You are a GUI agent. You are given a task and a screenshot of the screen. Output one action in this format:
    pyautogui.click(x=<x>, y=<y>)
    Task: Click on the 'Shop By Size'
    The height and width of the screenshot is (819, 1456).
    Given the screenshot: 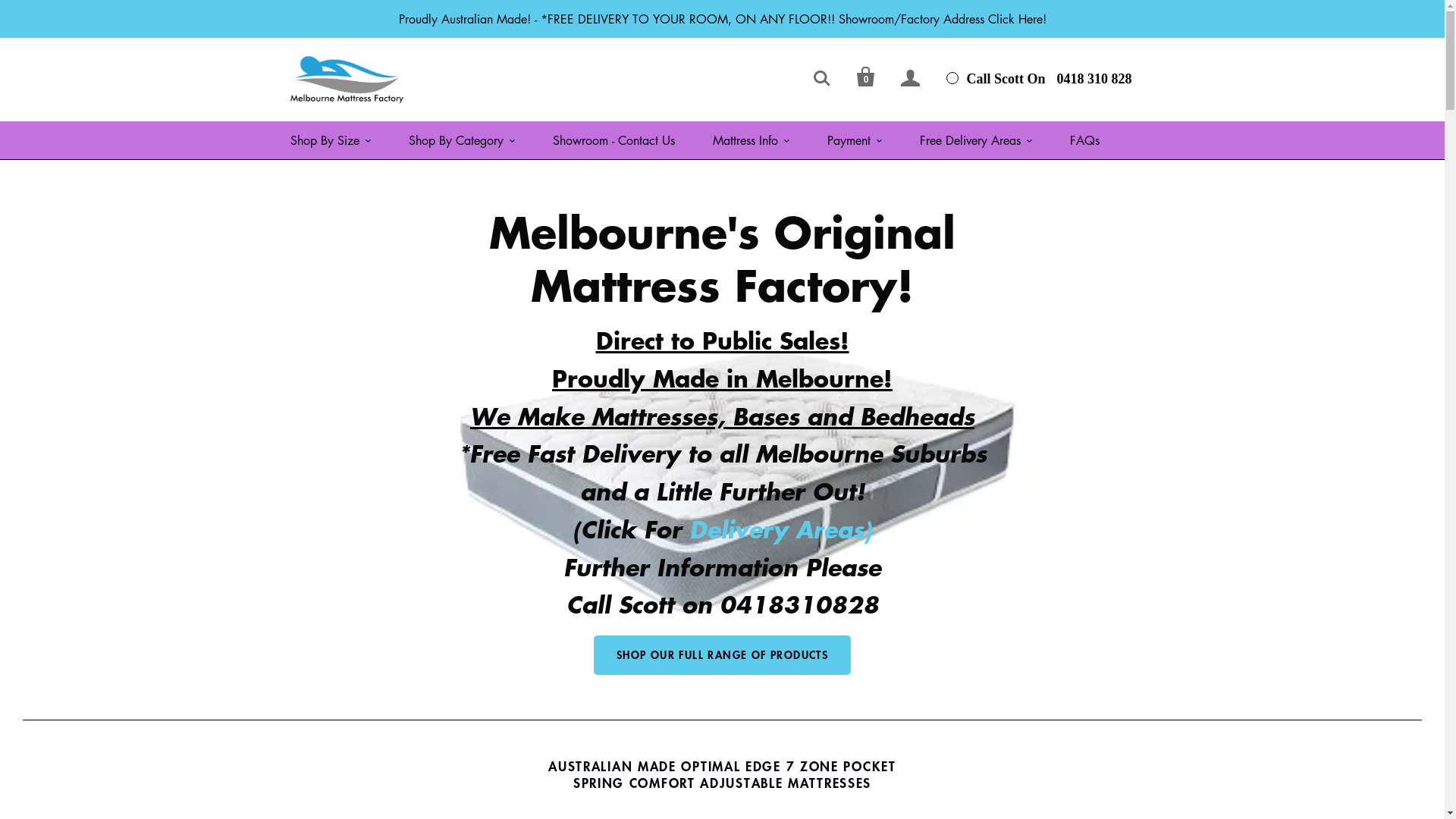 What is the action you would take?
    pyautogui.click(x=329, y=140)
    